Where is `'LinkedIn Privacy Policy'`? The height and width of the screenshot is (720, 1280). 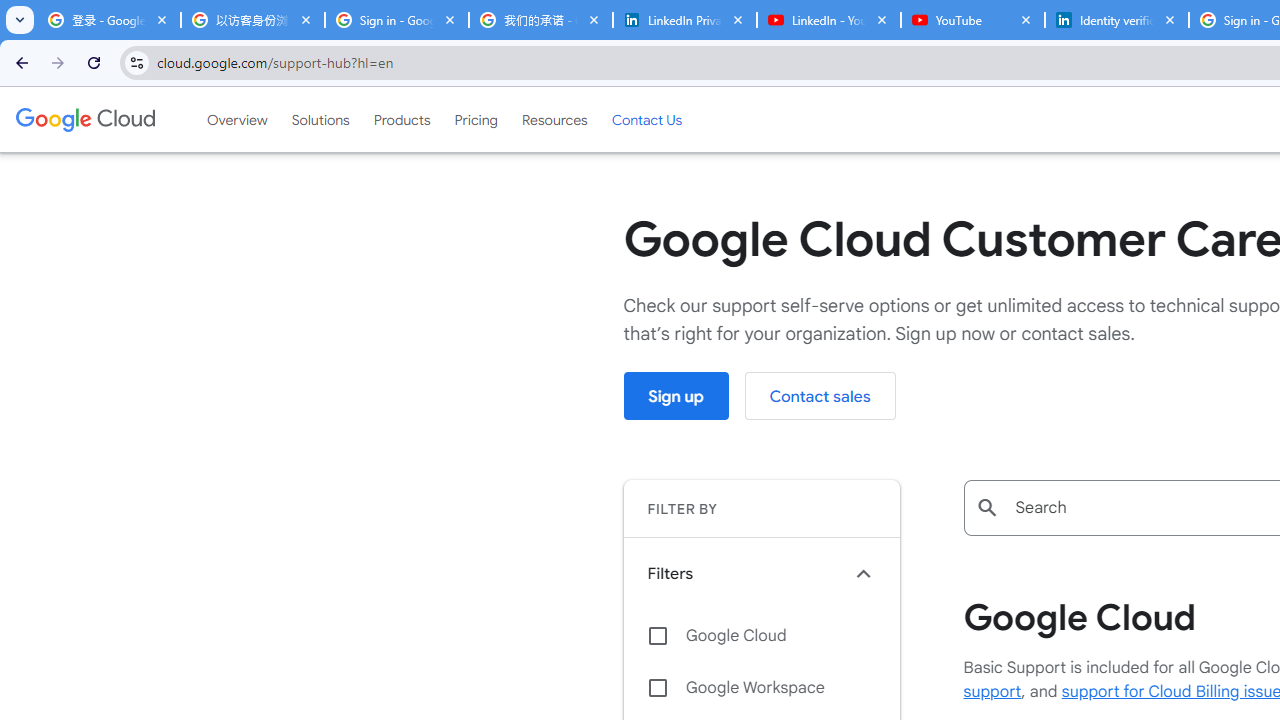 'LinkedIn Privacy Policy' is located at coordinates (684, 20).